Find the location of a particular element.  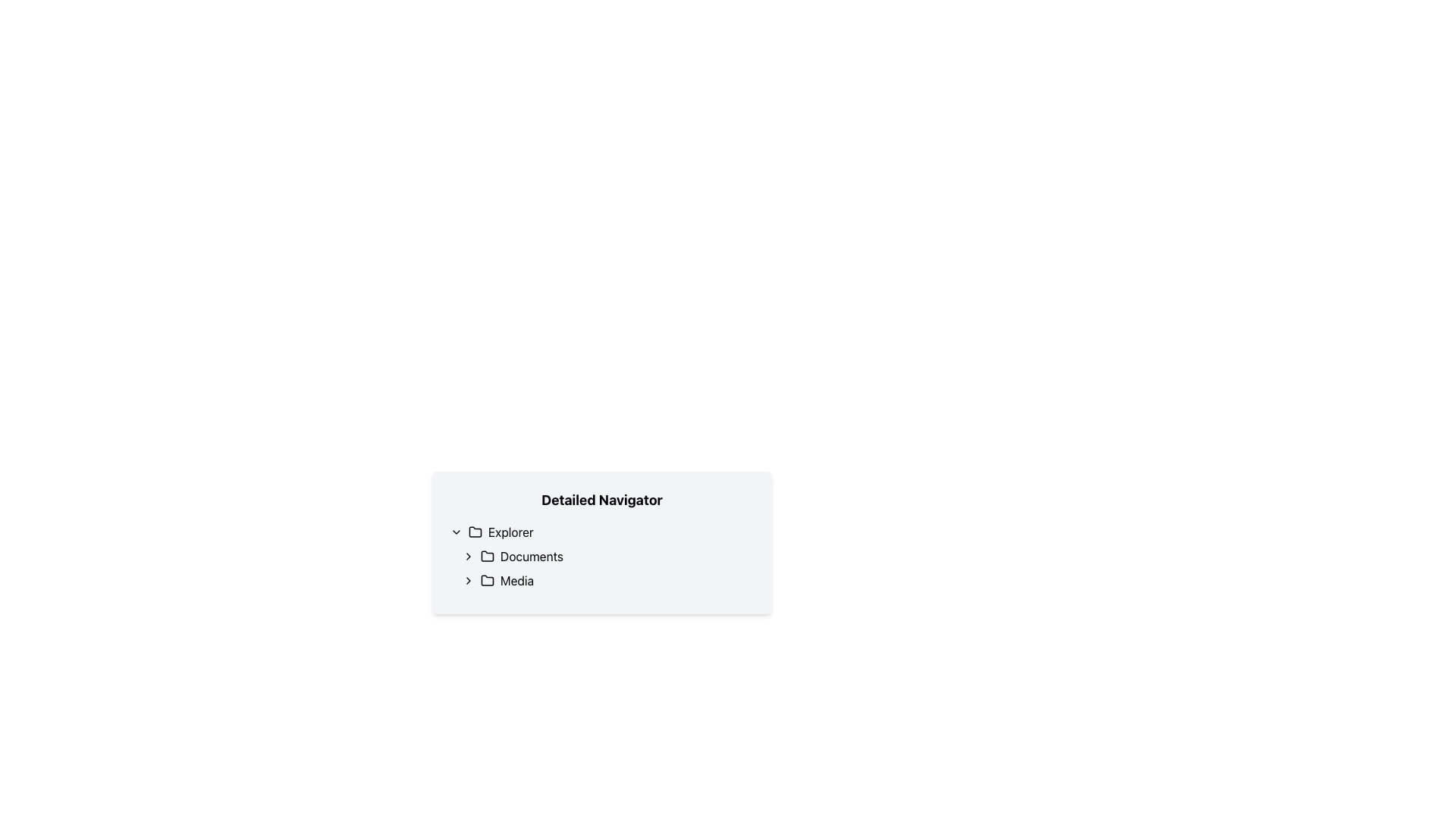

the 'Documents' entry in the file explorer navigation element is located at coordinates (607, 568).